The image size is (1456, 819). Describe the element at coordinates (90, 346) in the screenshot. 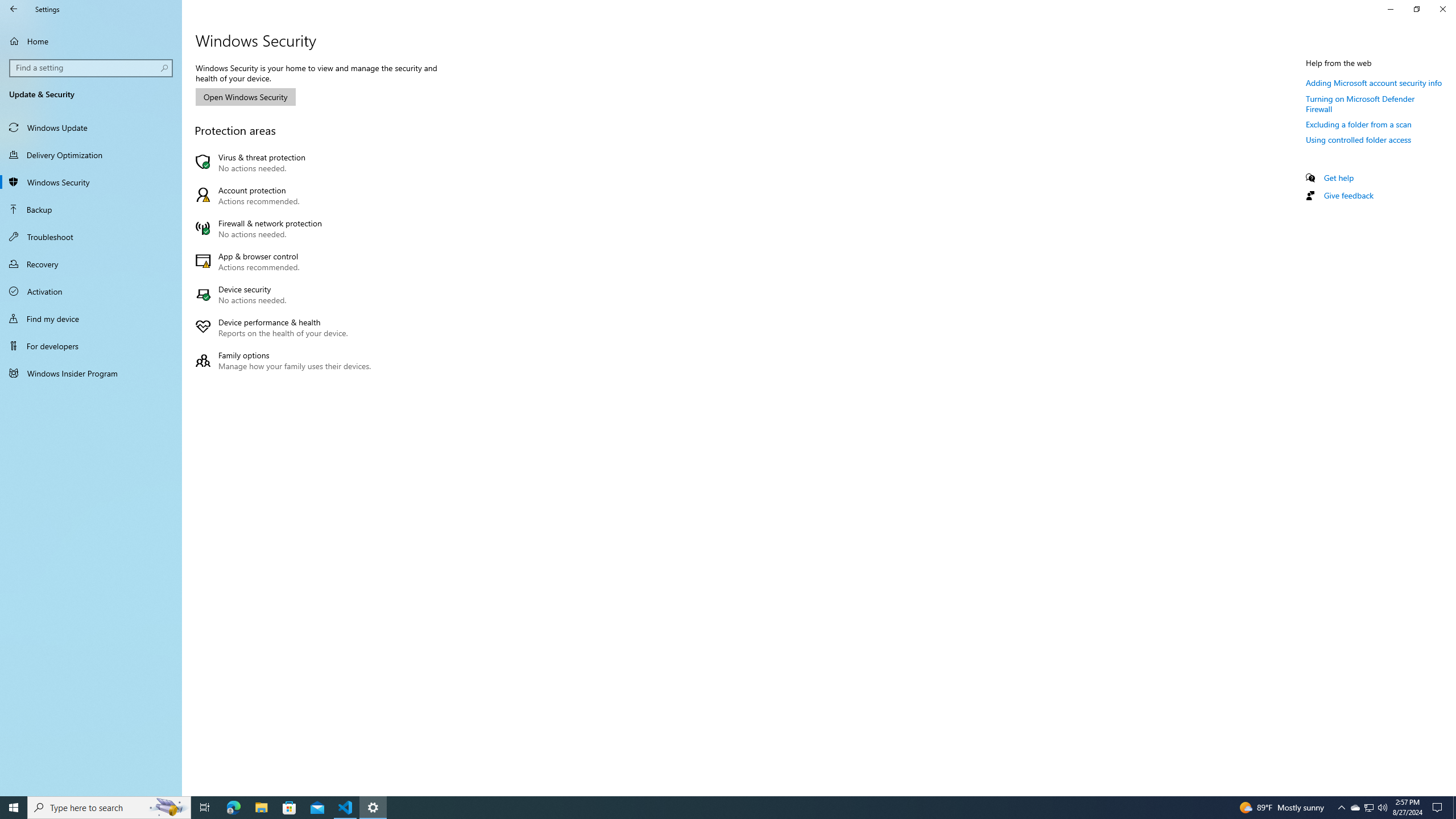

I see `'For developers'` at that location.